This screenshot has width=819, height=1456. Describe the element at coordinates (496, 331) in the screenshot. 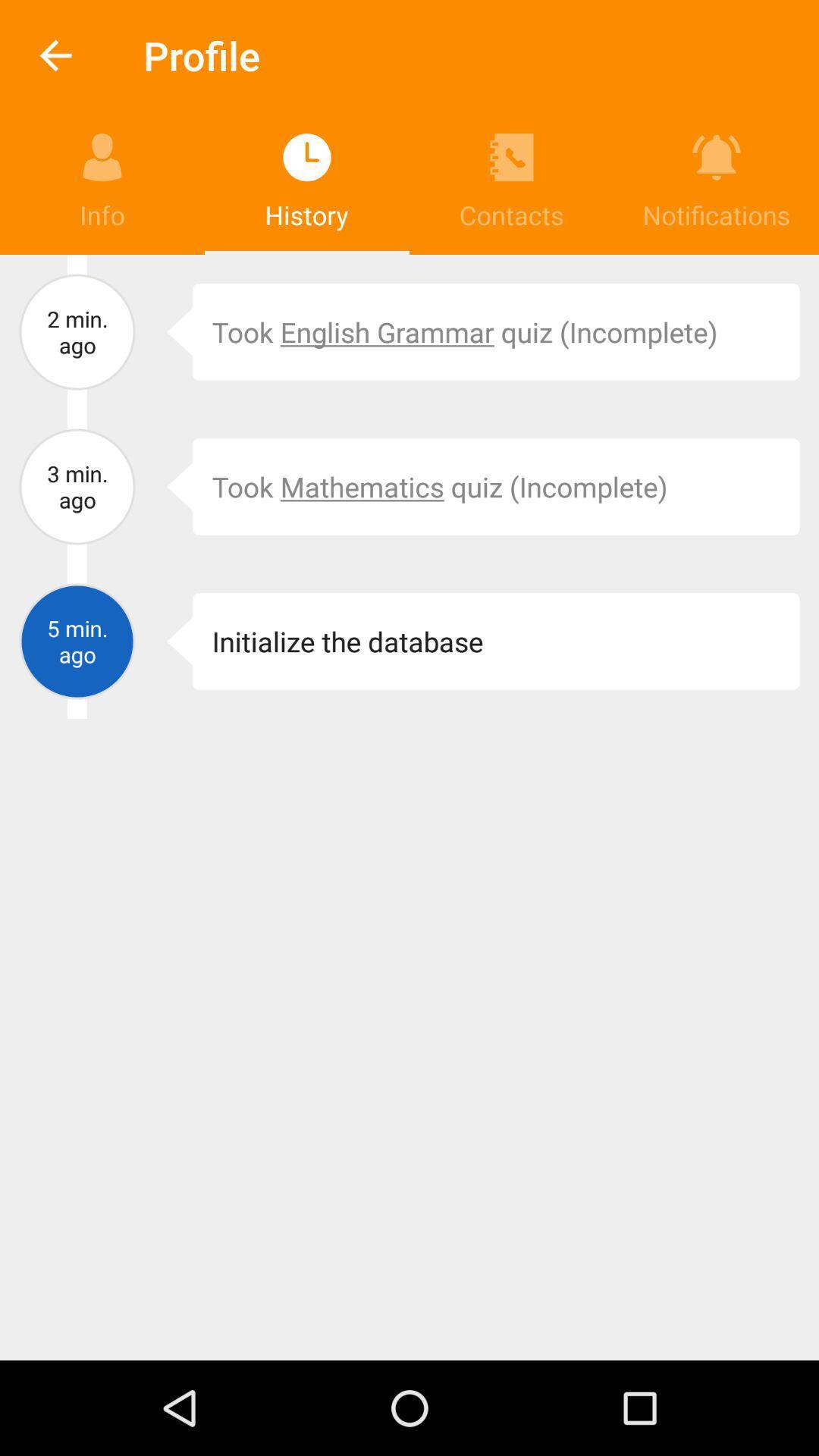

I see `item above the took mathematics quiz item` at that location.